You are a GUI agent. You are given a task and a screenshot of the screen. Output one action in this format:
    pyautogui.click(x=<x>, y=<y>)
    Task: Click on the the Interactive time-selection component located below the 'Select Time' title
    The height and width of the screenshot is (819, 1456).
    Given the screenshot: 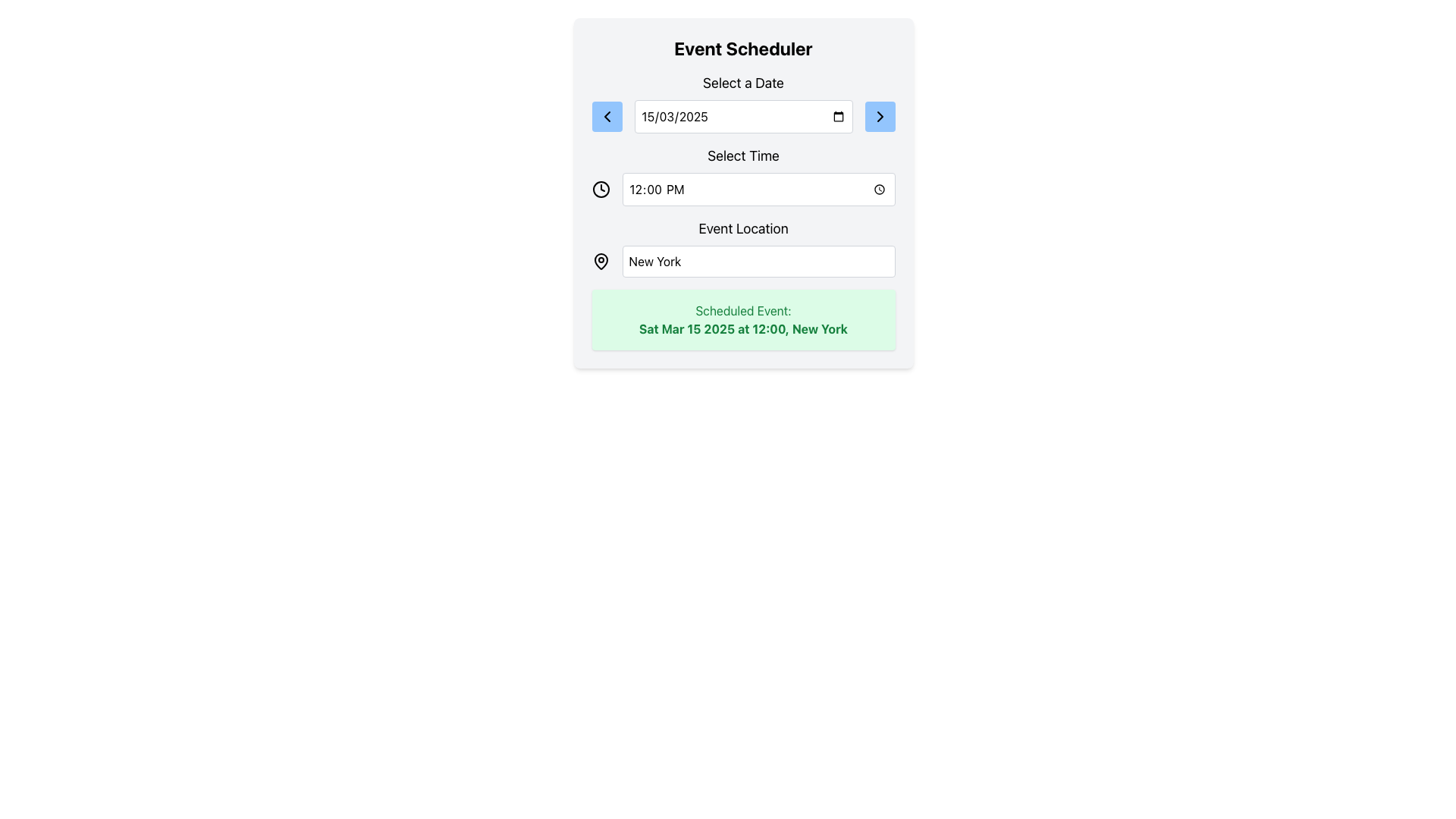 What is the action you would take?
    pyautogui.click(x=743, y=189)
    